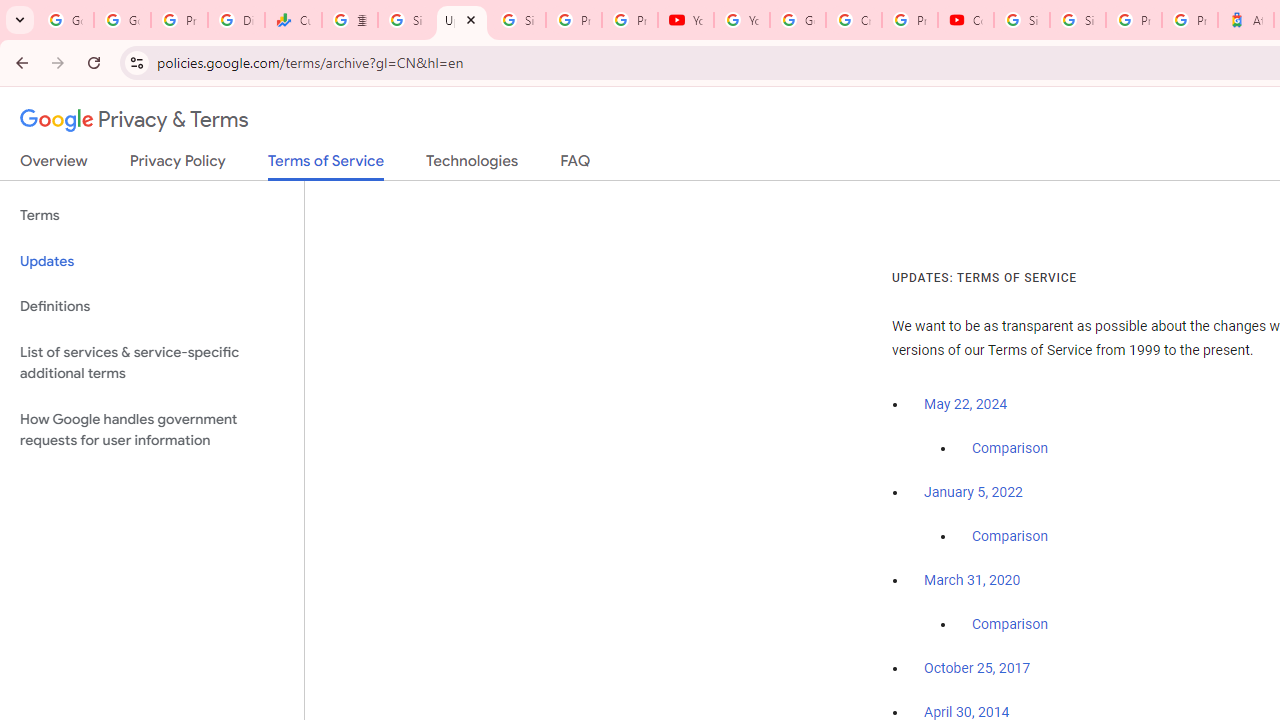  Describe the element at coordinates (966, 20) in the screenshot. I see `'Content Creator Programs & Opportunities - YouTube Creators'` at that location.